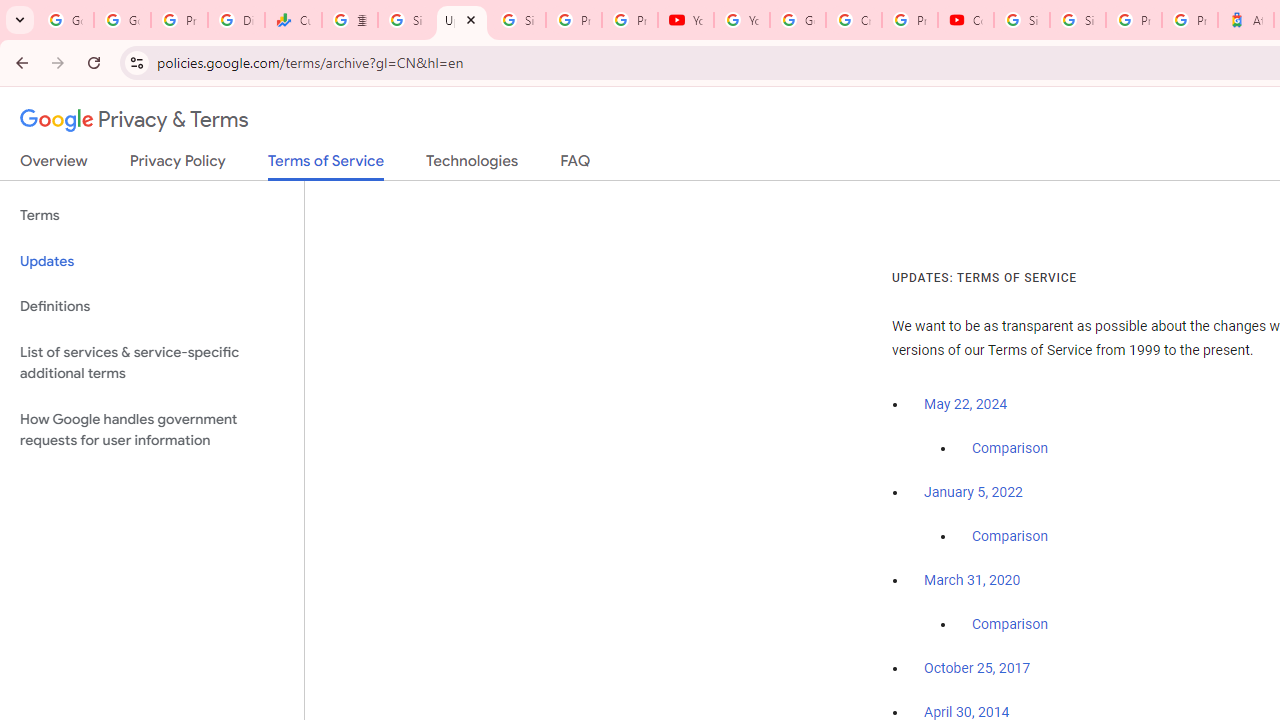  Describe the element at coordinates (966, 20) in the screenshot. I see `'Content Creator Programs & Opportunities - YouTube Creators'` at that location.